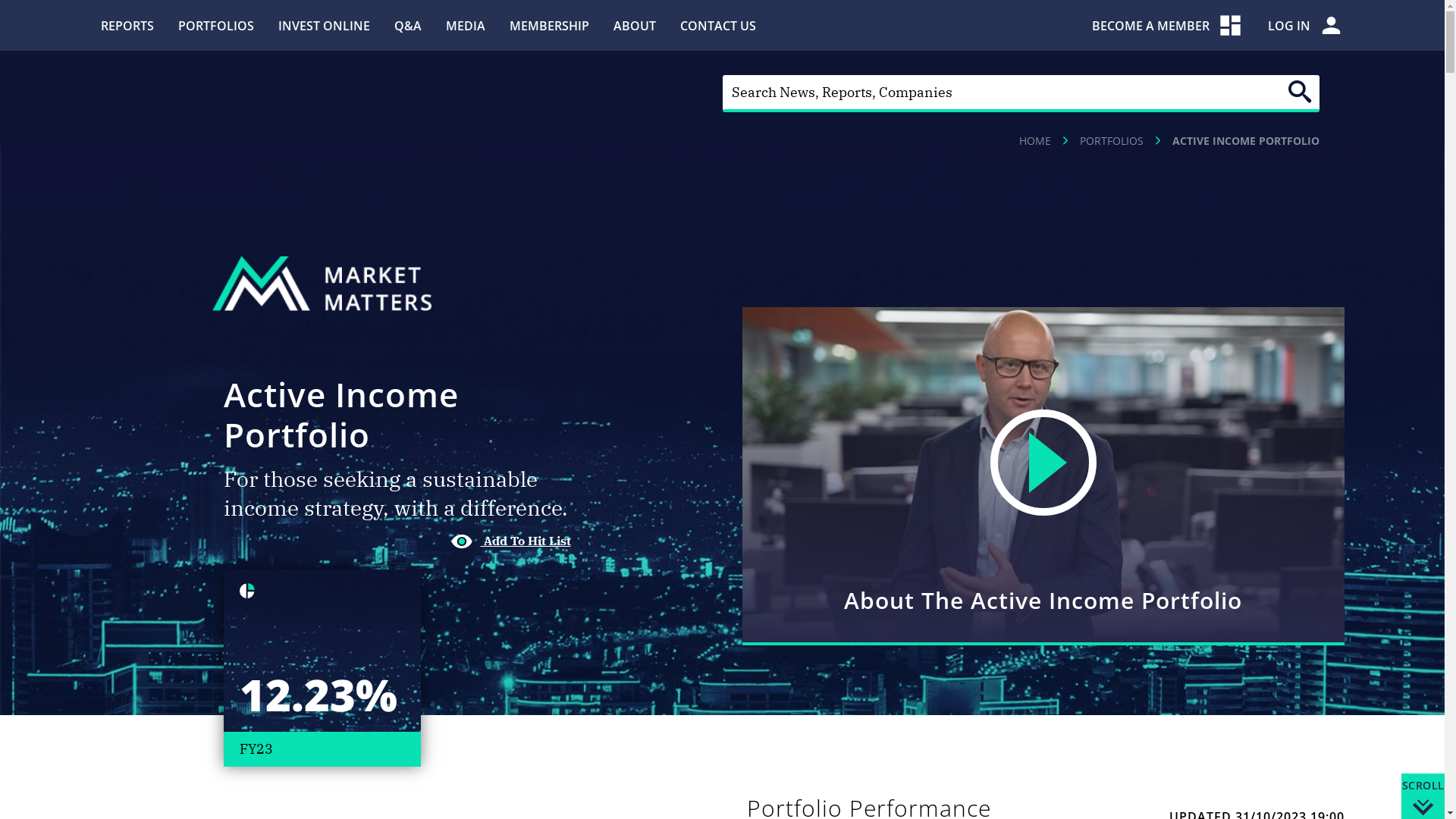 This screenshot has height=819, width=1456. Describe the element at coordinates (1298, 91) in the screenshot. I see `'Search Submit'` at that location.